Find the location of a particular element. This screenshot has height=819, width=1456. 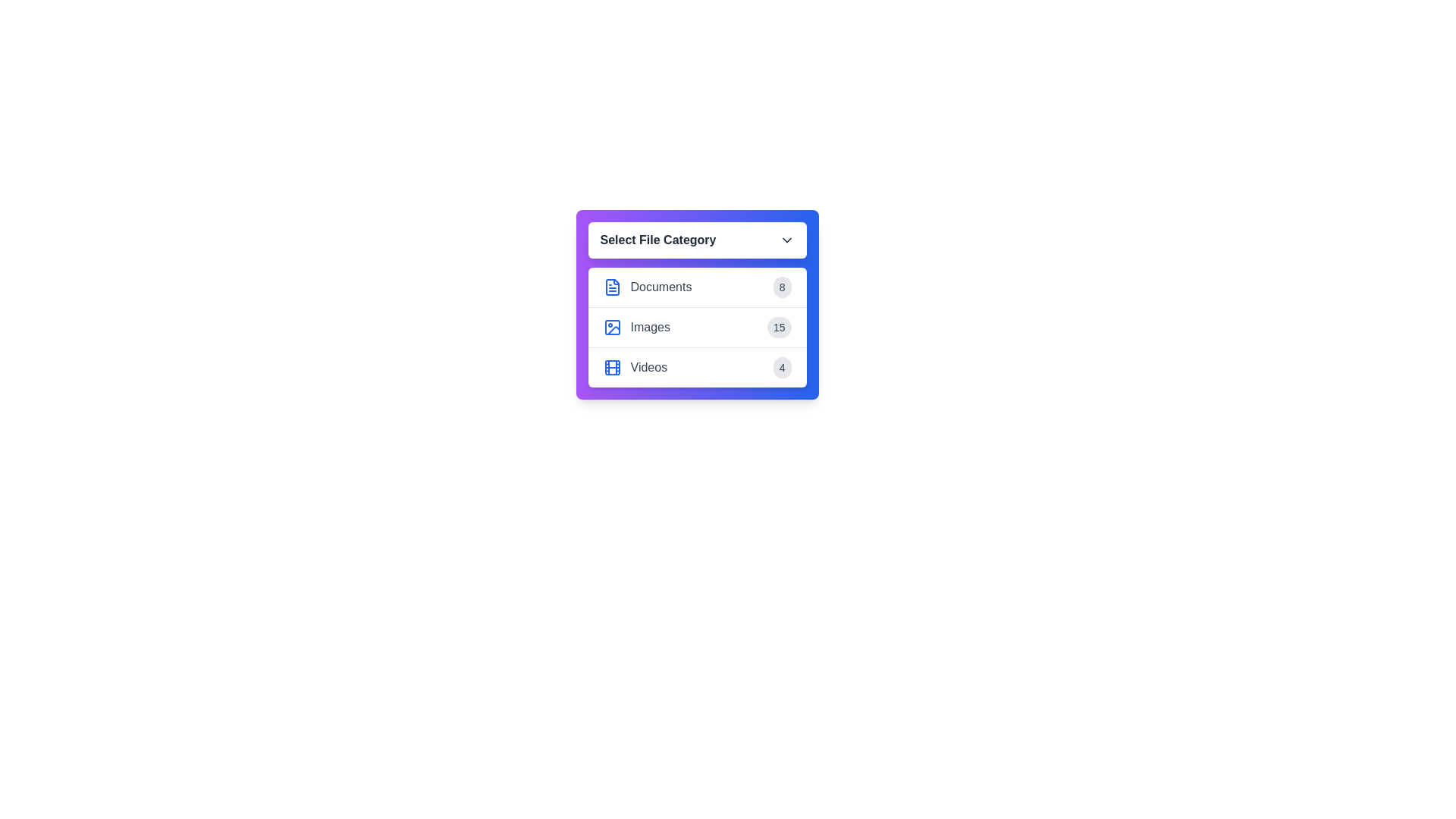

the non-interactive badge indicating the count of four 'Videos' in the third row of the dropdown menu is located at coordinates (782, 368).